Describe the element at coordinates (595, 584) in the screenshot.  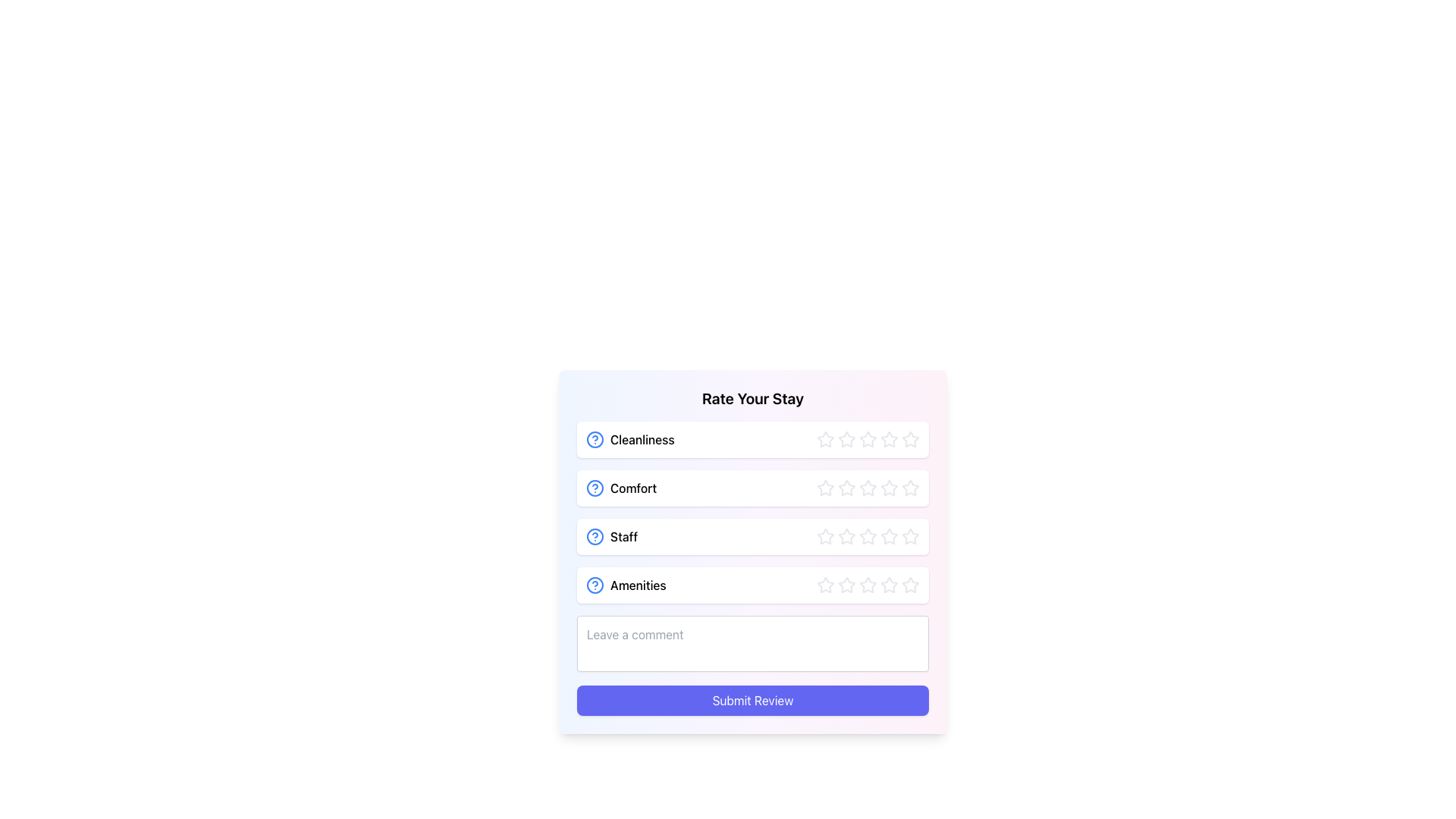
I see `the blue-bordered circle filled with white, located within the 'Amenities' row of the form, to the left of the text label` at that location.